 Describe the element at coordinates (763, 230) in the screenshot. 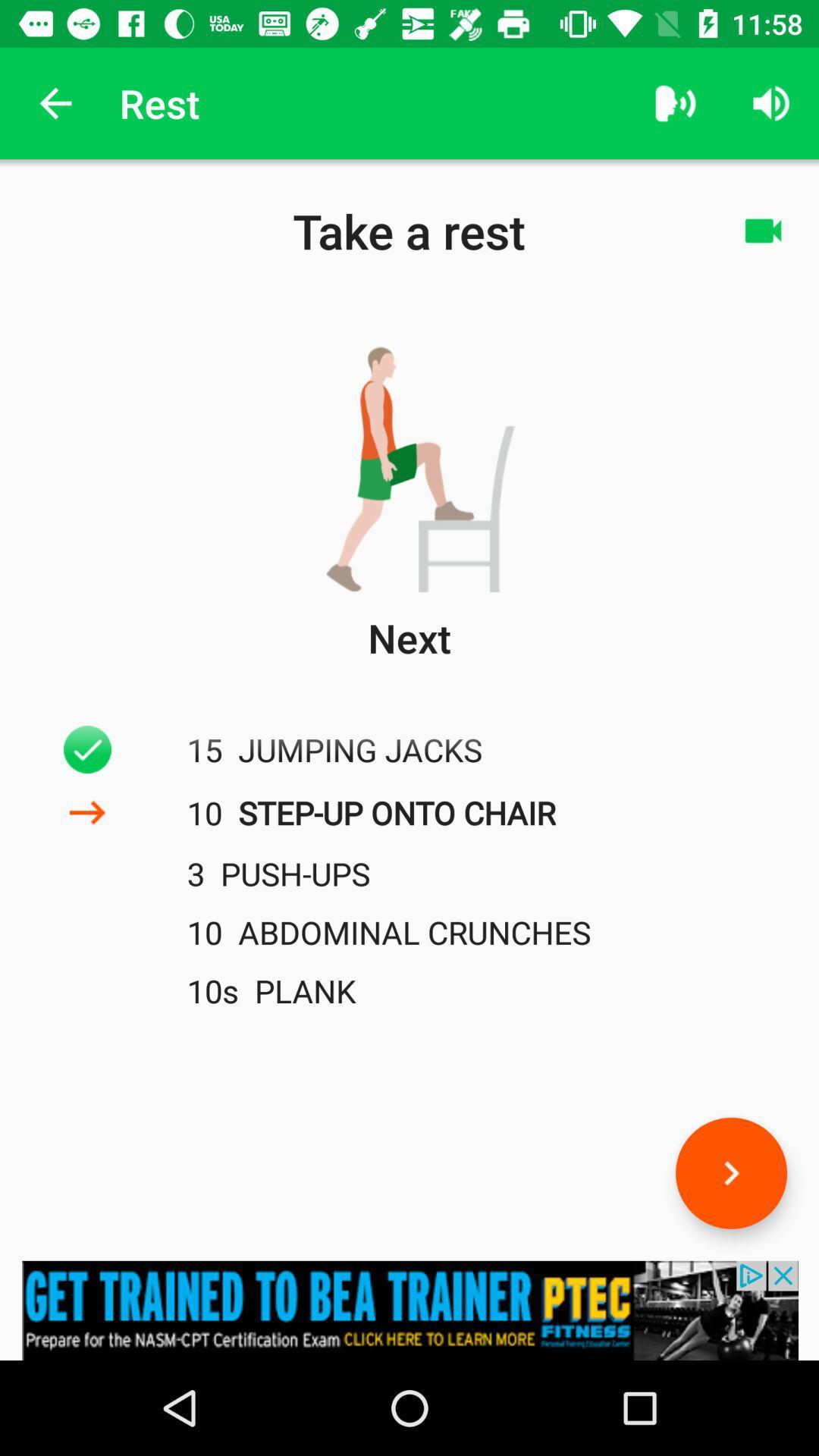

I see `the videocam icon` at that location.